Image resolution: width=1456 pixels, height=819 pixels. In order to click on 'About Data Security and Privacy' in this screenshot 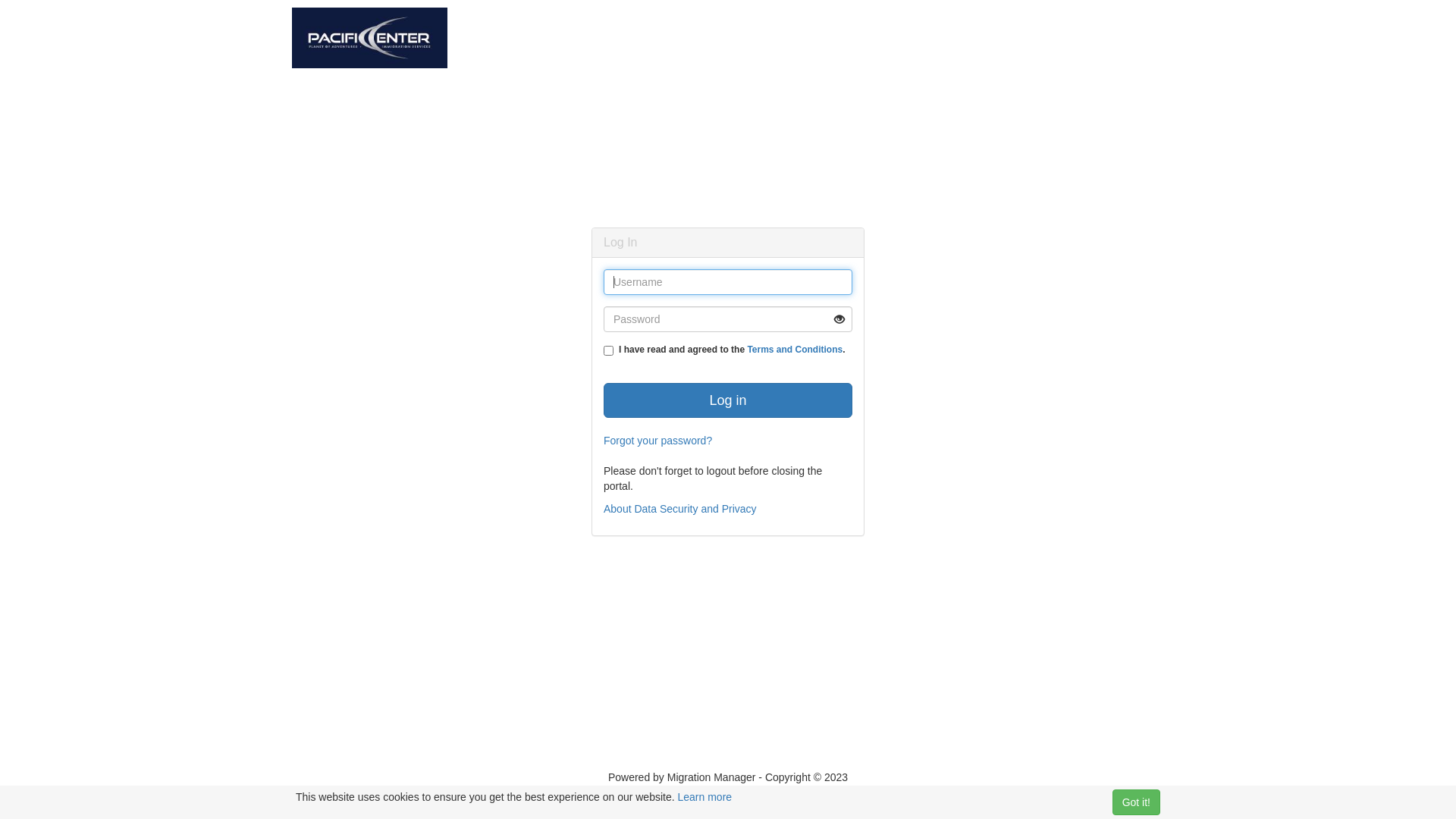, I will do `click(679, 509)`.